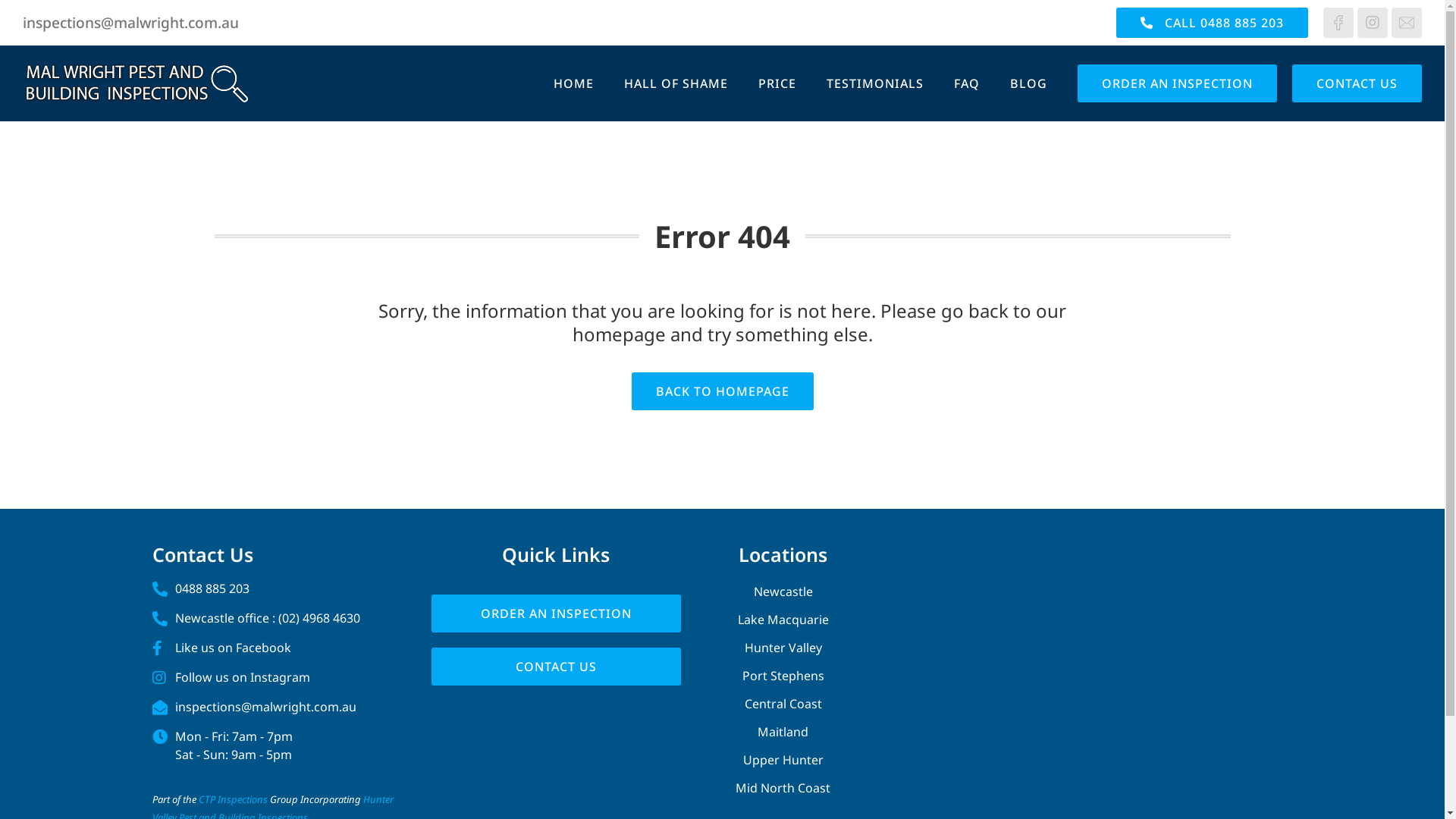 The image size is (1456, 819). Describe the element at coordinates (783, 760) in the screenshot. I see `'Upper Hunter'` at that location.